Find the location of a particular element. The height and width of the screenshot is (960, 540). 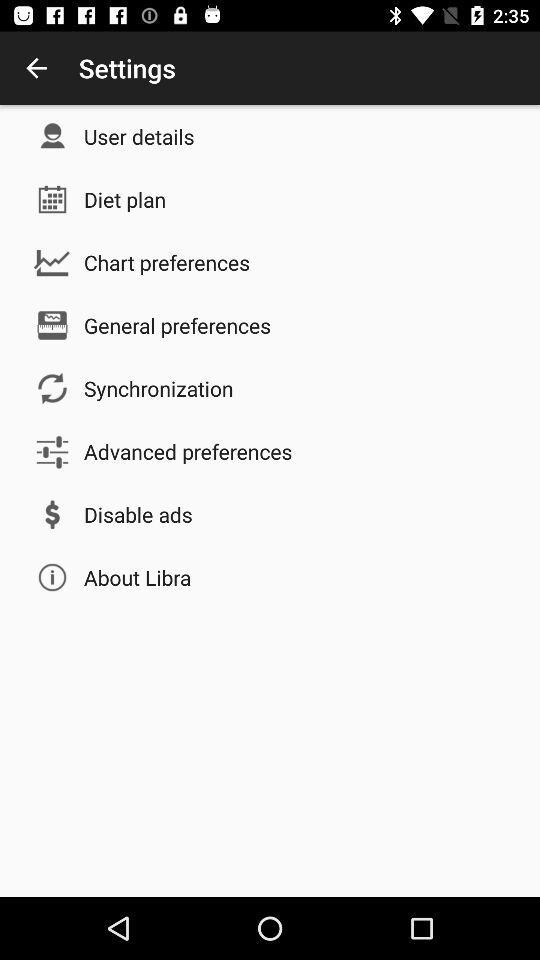

chart preferences icon is located at coordinates (166, 261).